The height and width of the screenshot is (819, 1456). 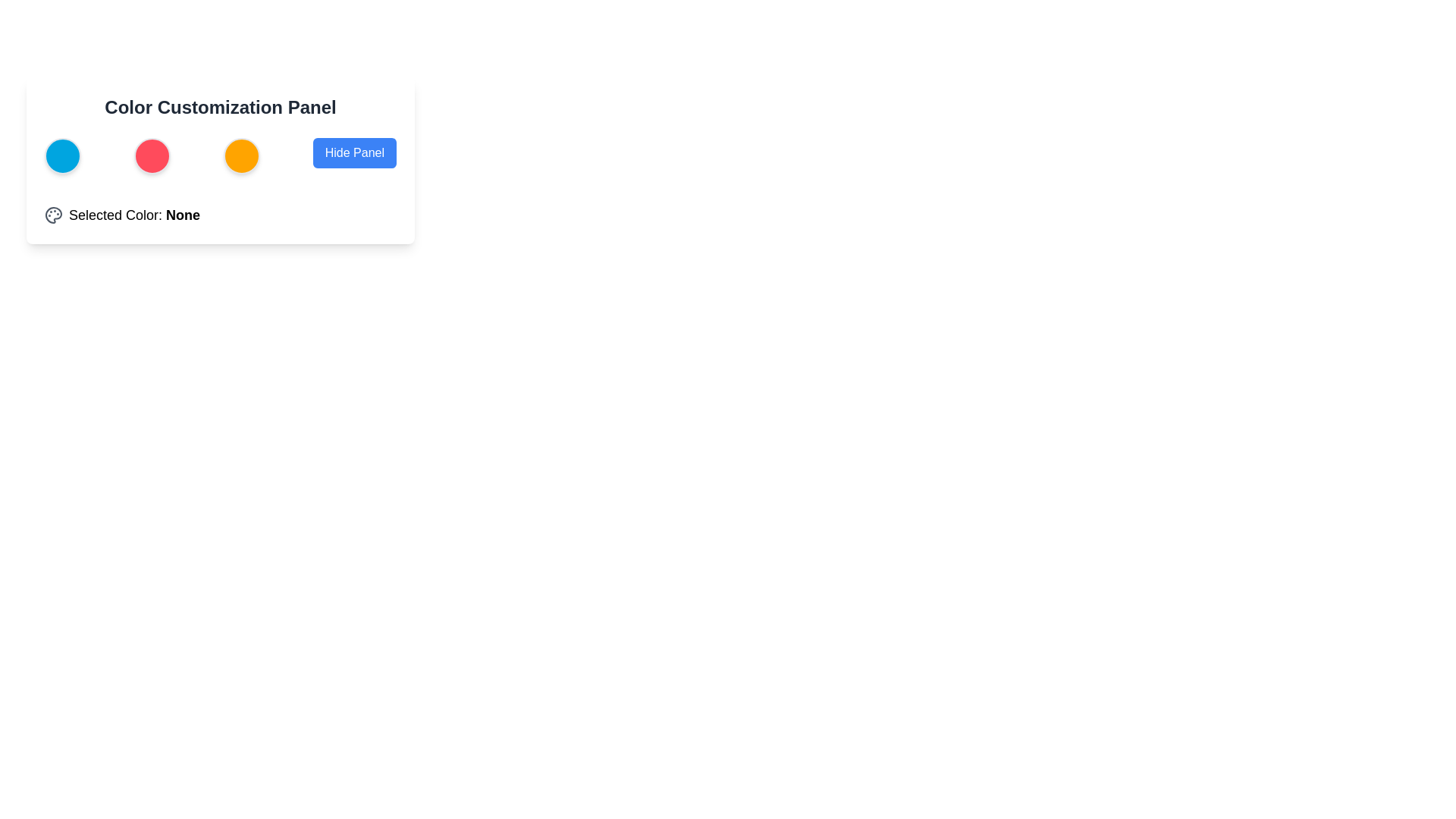 I want to click on the dynamic value display that shows the currently selected color, located immediately after the text 'Selected Color:' in the bottom-left part of the panel interface, so click(x=182, y=215).